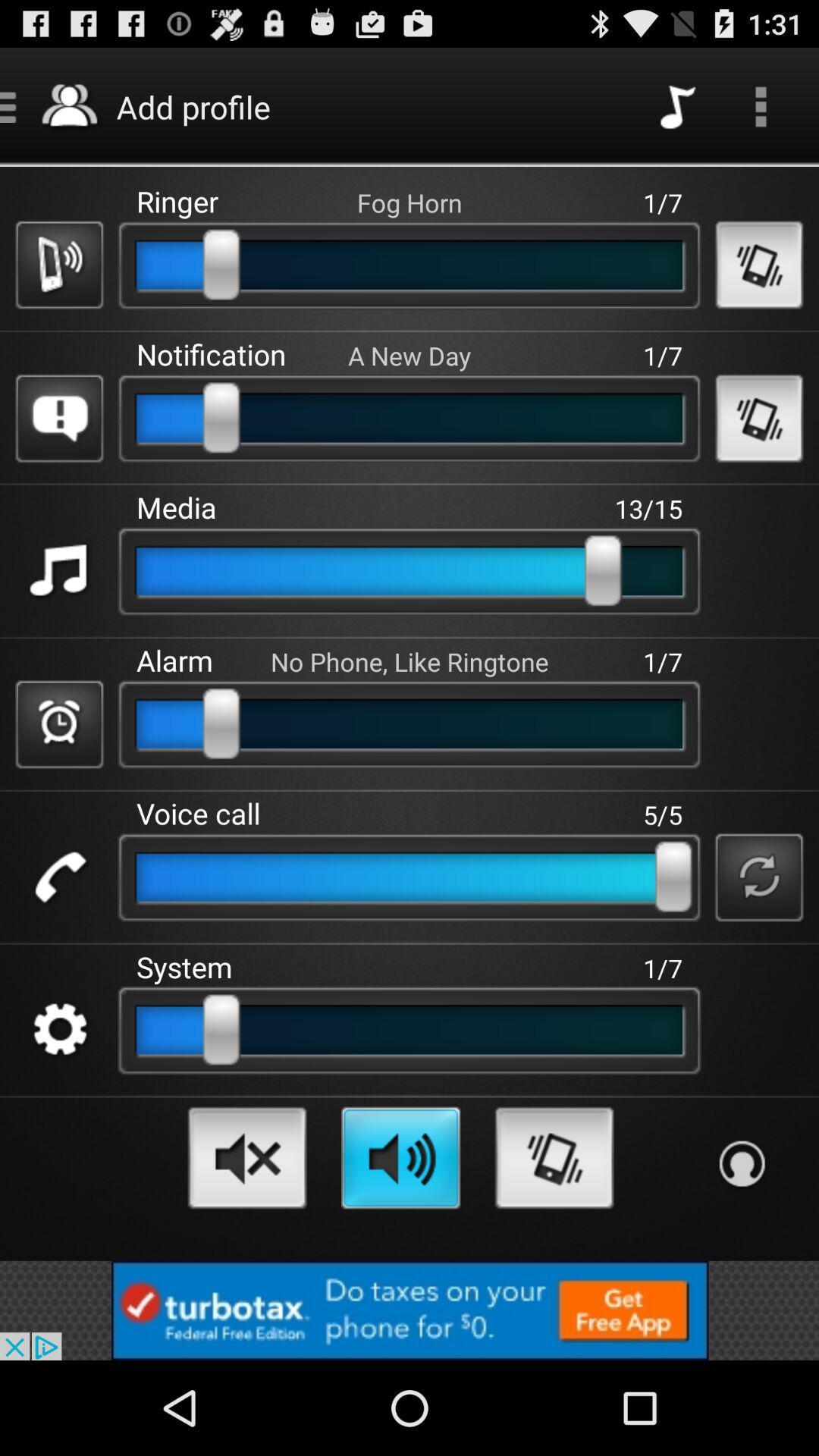 This screenshot has width=819, height=1456. What do you see at coordinates (58, 775) in the screenshot?
I see `the time icon` at bounding box center [58, 775].